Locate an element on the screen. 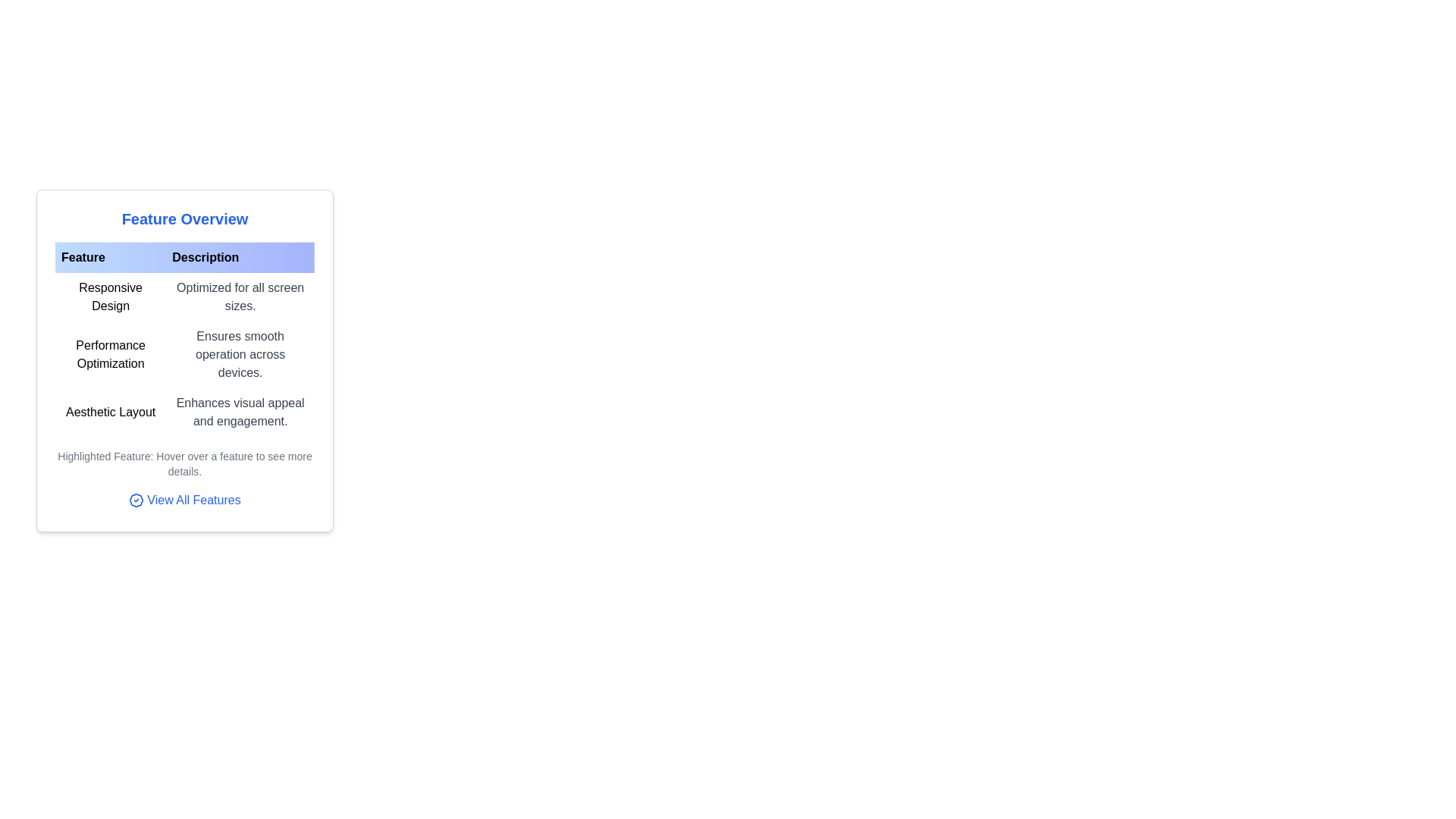  the third Text Block in the feature listing that describes the 'Aesthetic Layout', located below 'Performance Optimization' is located at coordinates (184, 412).